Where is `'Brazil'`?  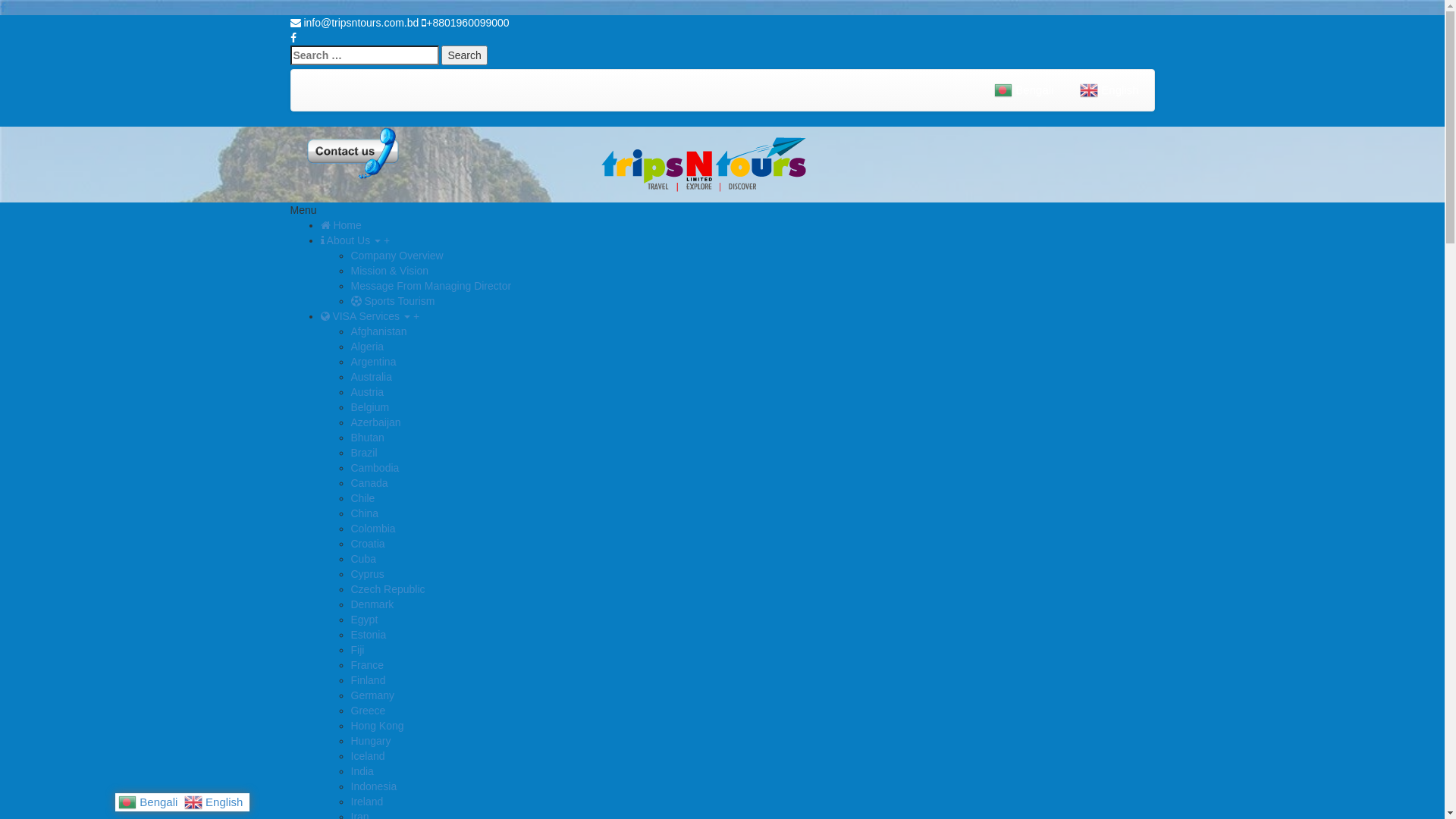
'Brazil' is located at coordinates (349, 452).